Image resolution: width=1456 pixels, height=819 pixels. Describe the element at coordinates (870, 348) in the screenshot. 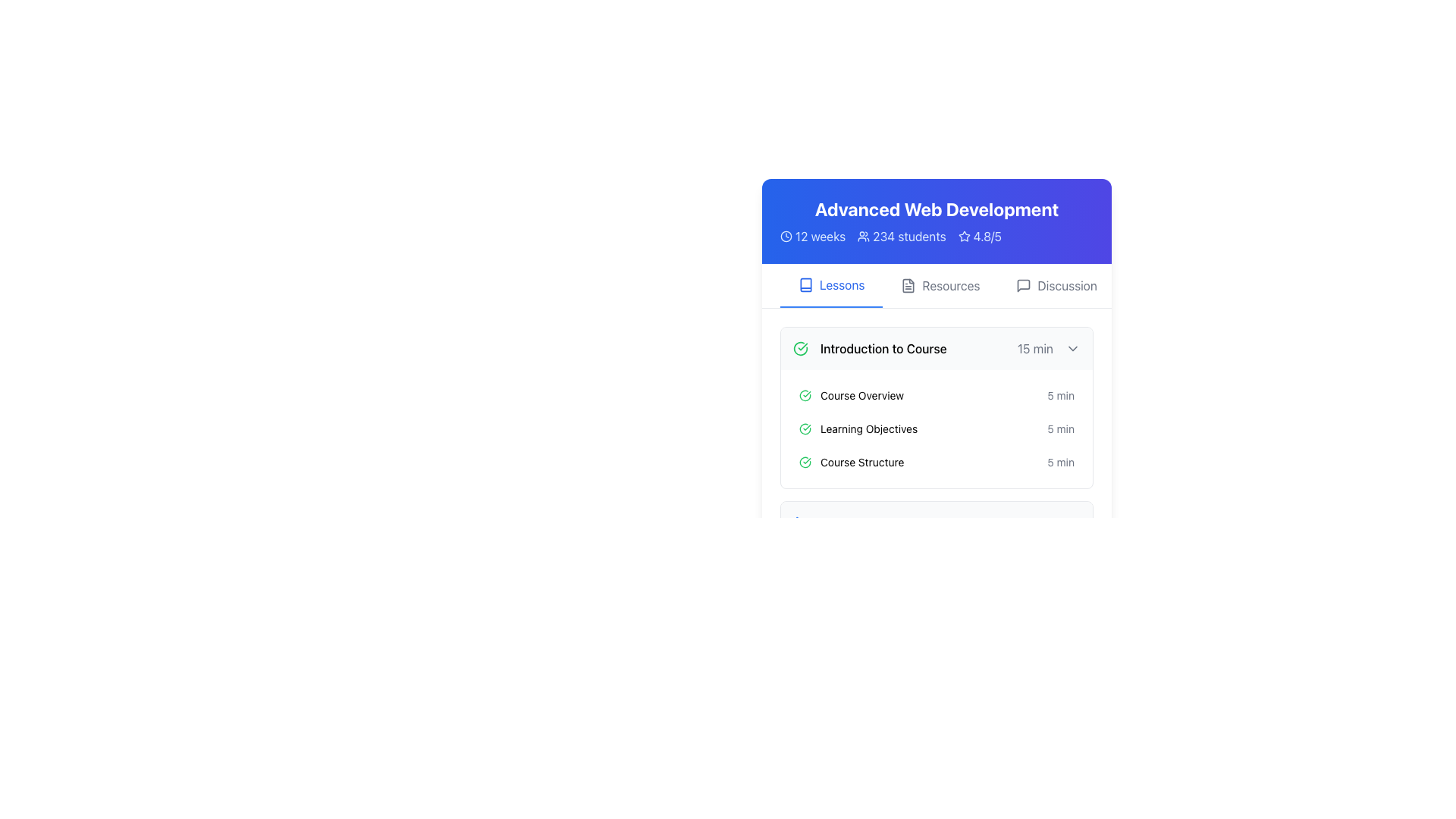

I see `the 'Introduction to Course' text label, which is positioned at the top of the lessons list under the 'Lessons' tab, and is identified by its associated green checkmark icon on the left` at that location.